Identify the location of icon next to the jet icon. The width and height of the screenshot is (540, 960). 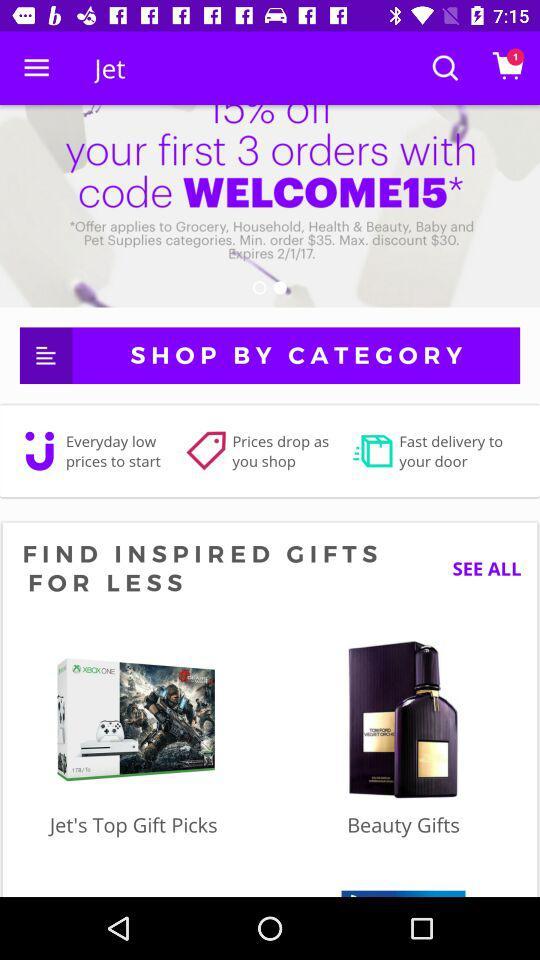
(36, 68).